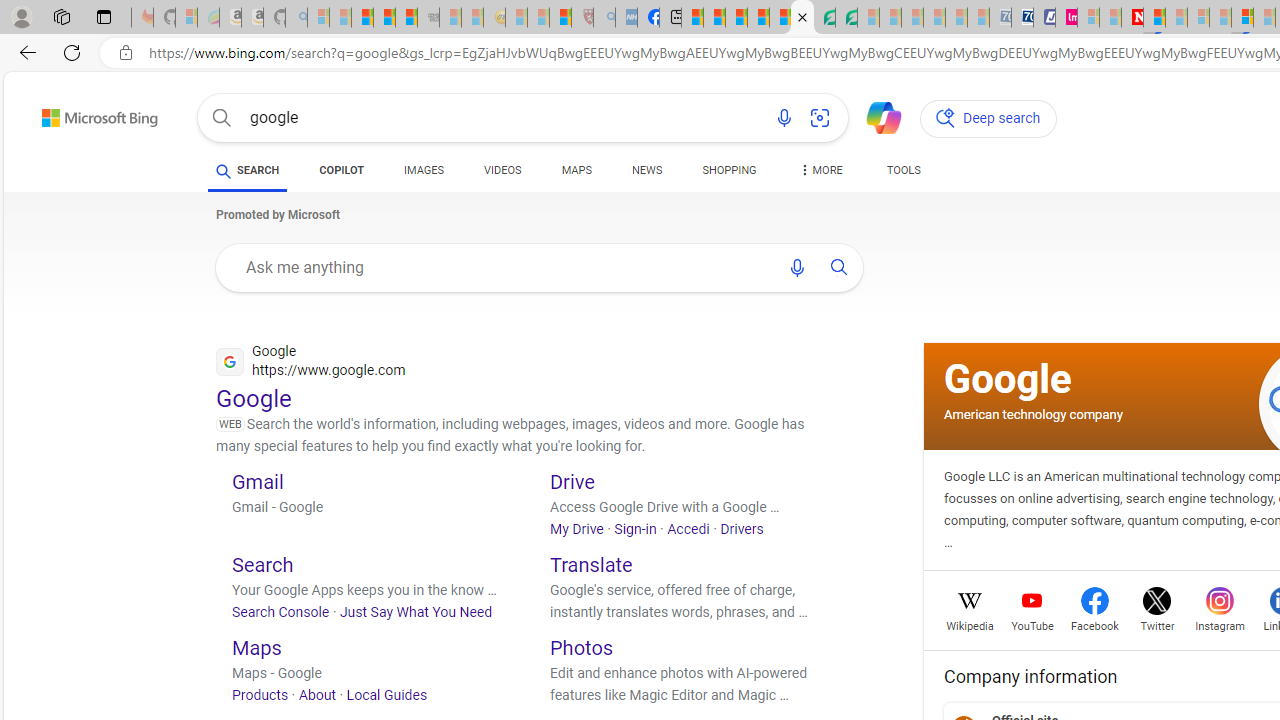 The height and width of the screenshot is (720, 1280). What do you see at coordinates (819, 170) in the screenshot?
I see `'Dropdown Menu'` at bounding box center [819, 170].